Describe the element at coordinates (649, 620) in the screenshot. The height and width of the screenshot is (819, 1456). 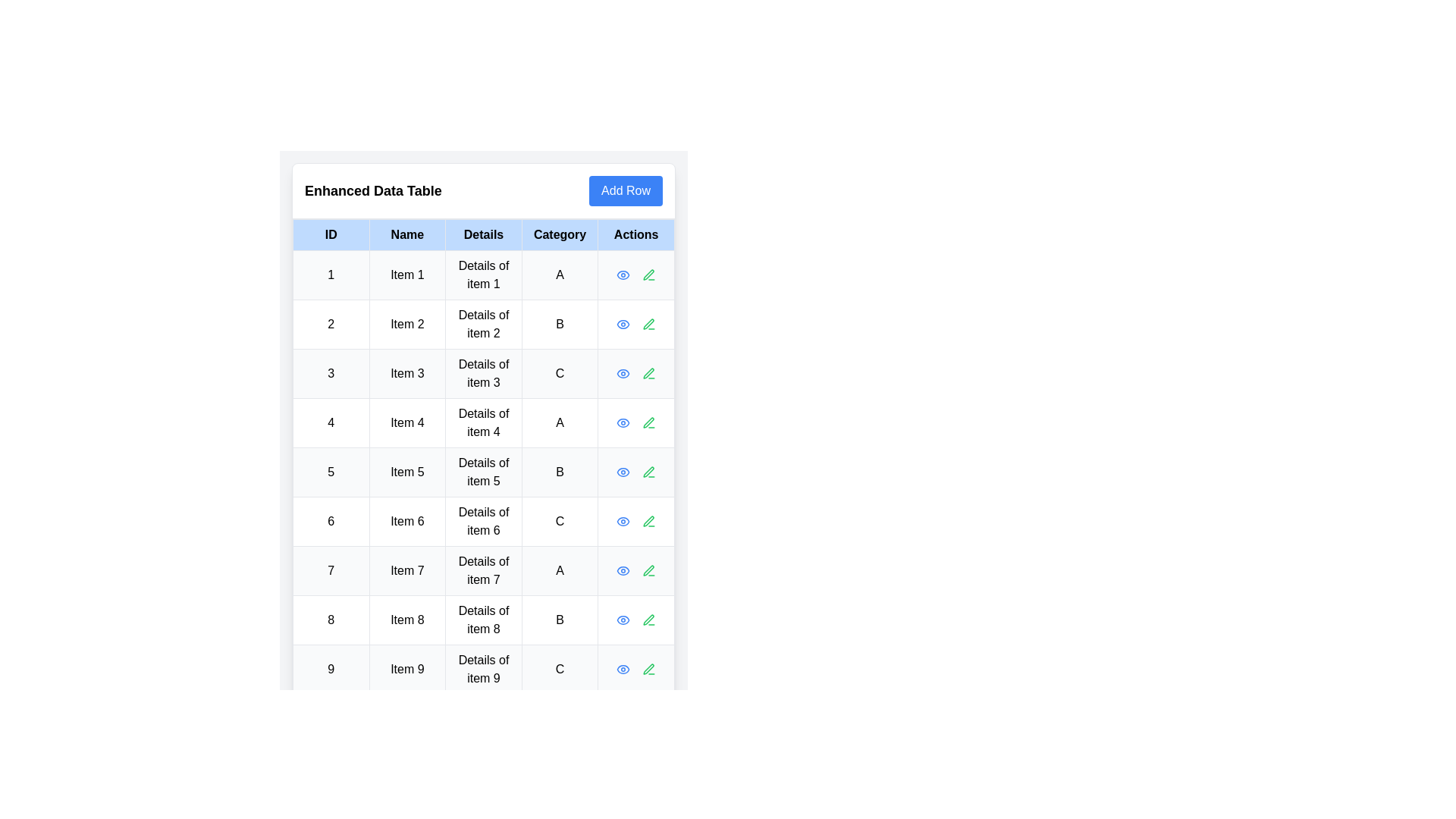
I see `the green outline pen icon button in the 'Actions' column of the eighth row to initiate edit` at that location.